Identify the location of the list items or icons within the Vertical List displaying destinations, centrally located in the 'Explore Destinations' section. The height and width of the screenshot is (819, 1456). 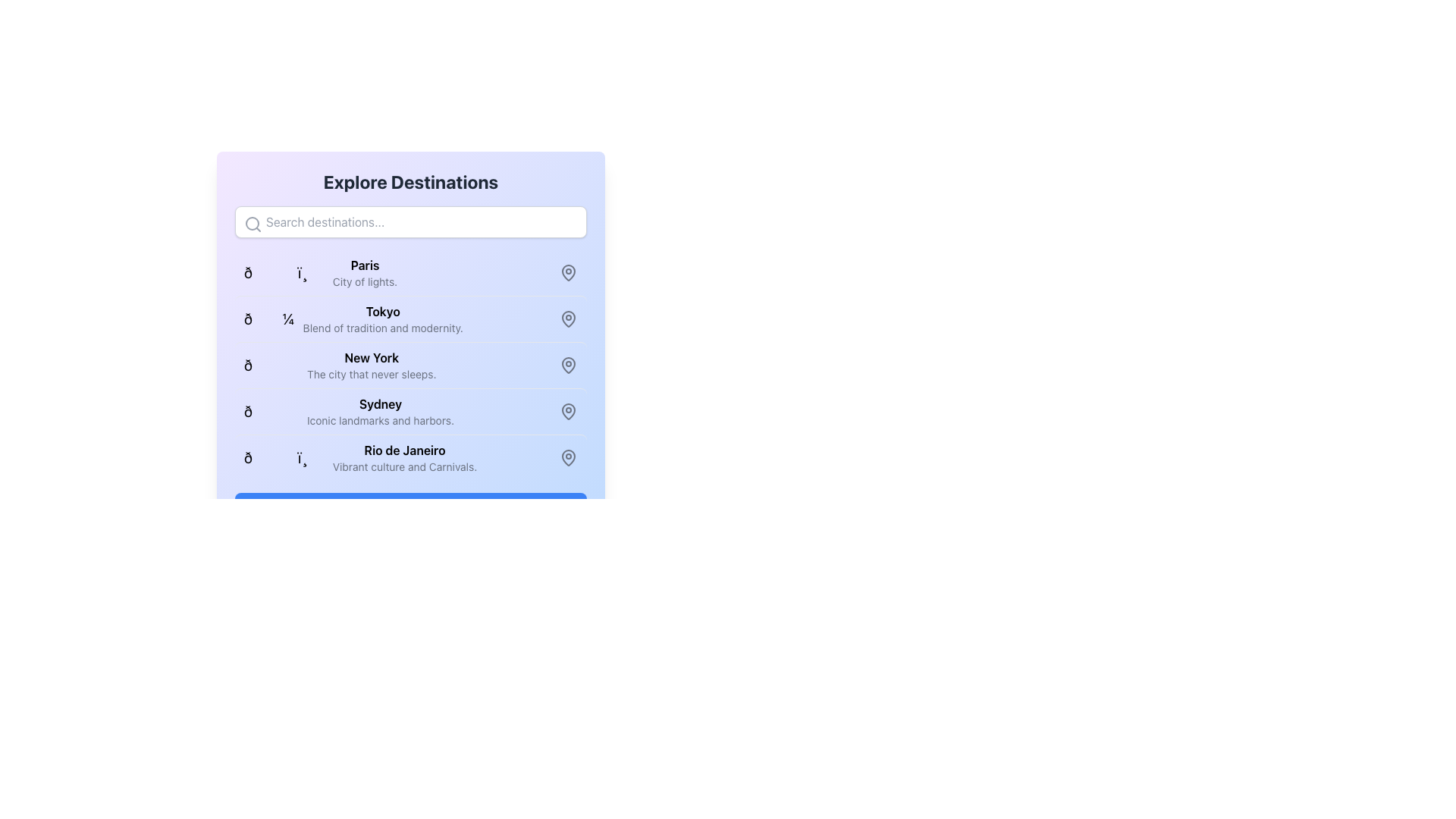
(411, 366).